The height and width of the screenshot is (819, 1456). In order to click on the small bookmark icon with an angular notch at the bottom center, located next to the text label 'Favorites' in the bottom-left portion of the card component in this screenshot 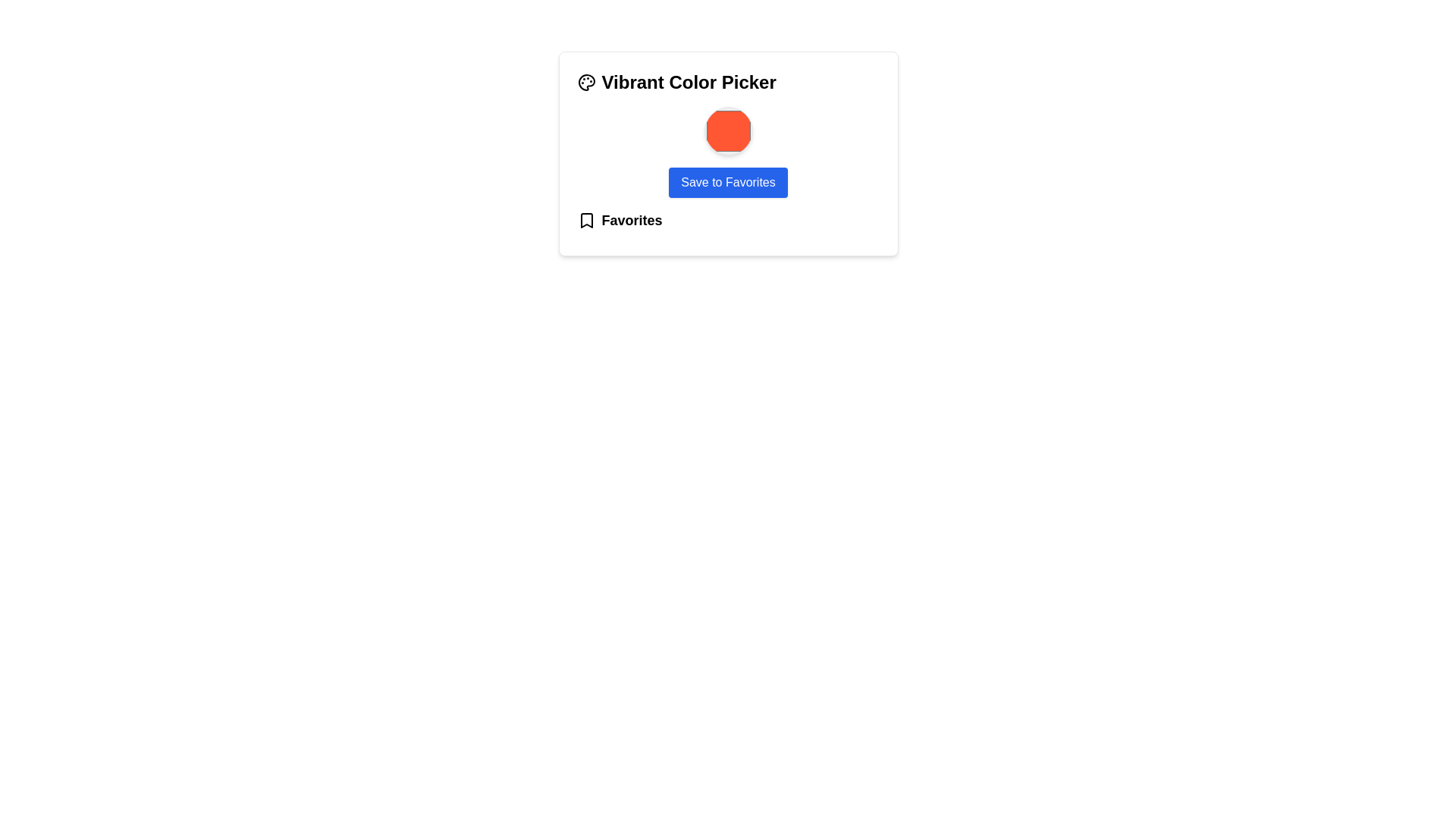, I will do `click(585, 220)`.